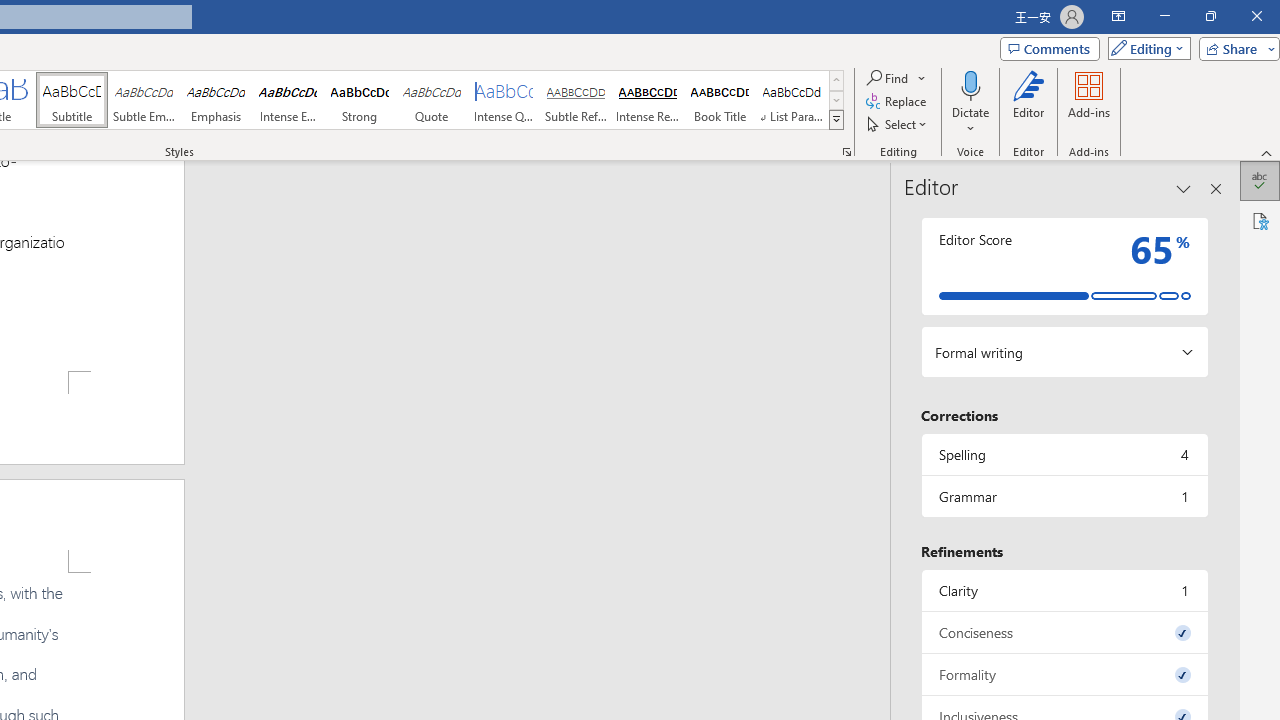  What do you see at coordinates (896, 101) in the screenshot?
I see `'Replace...'` at bounding box center [896, 101].